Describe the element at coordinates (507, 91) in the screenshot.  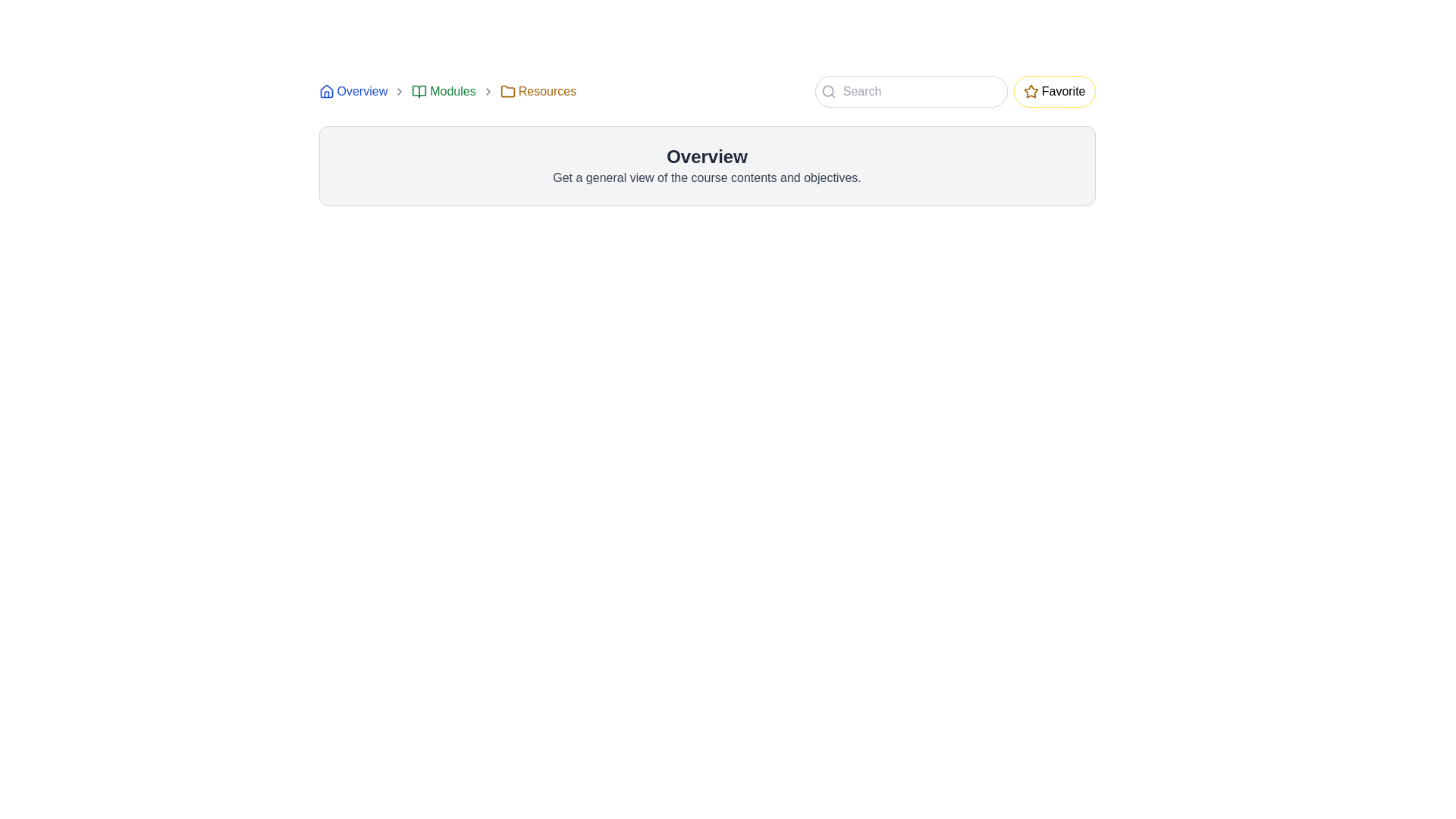
I see `the folder icon in the breadcrumb navigation that represents the 'Resources' section` at that location.